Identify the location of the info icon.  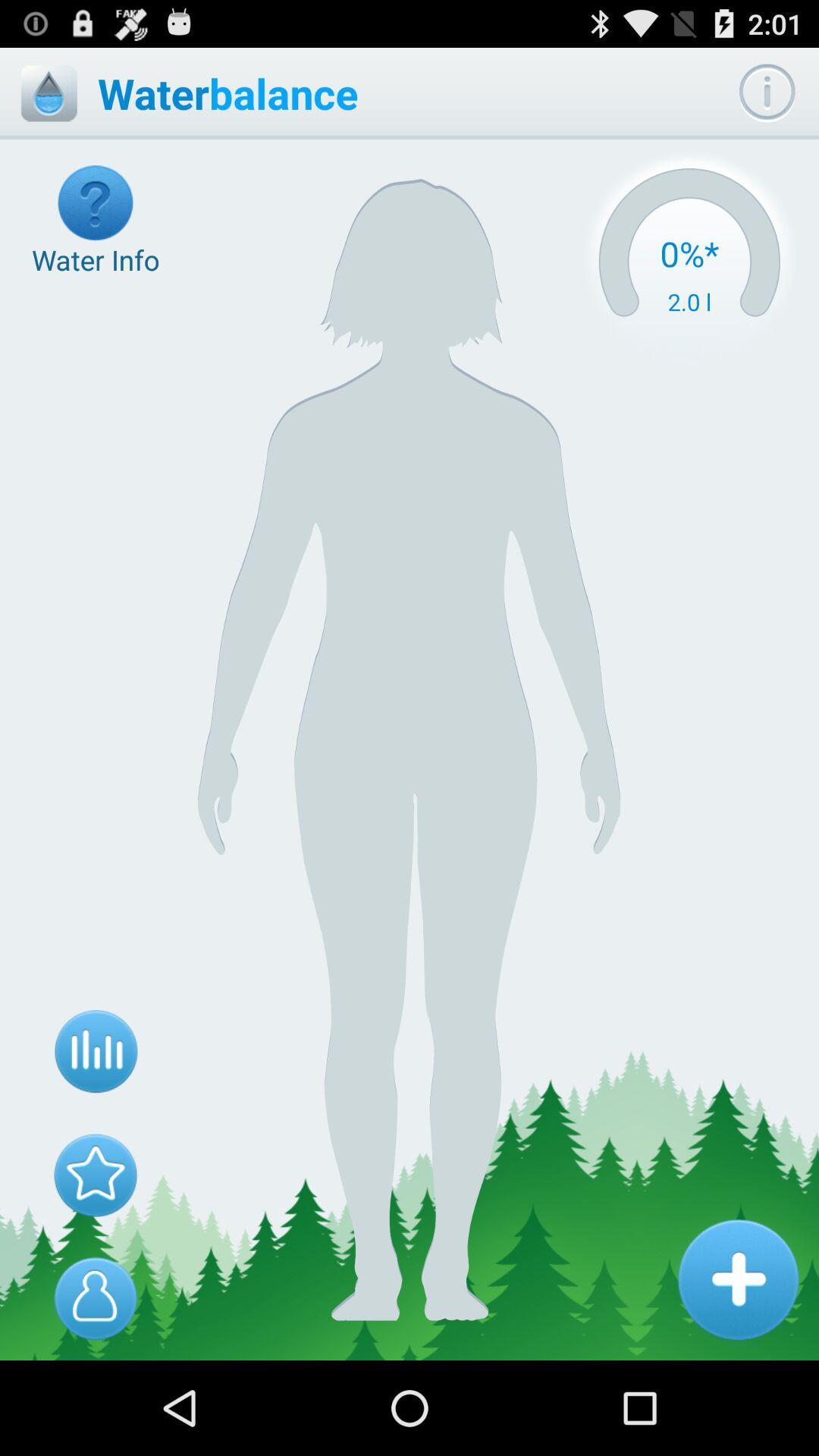
(767, 99).